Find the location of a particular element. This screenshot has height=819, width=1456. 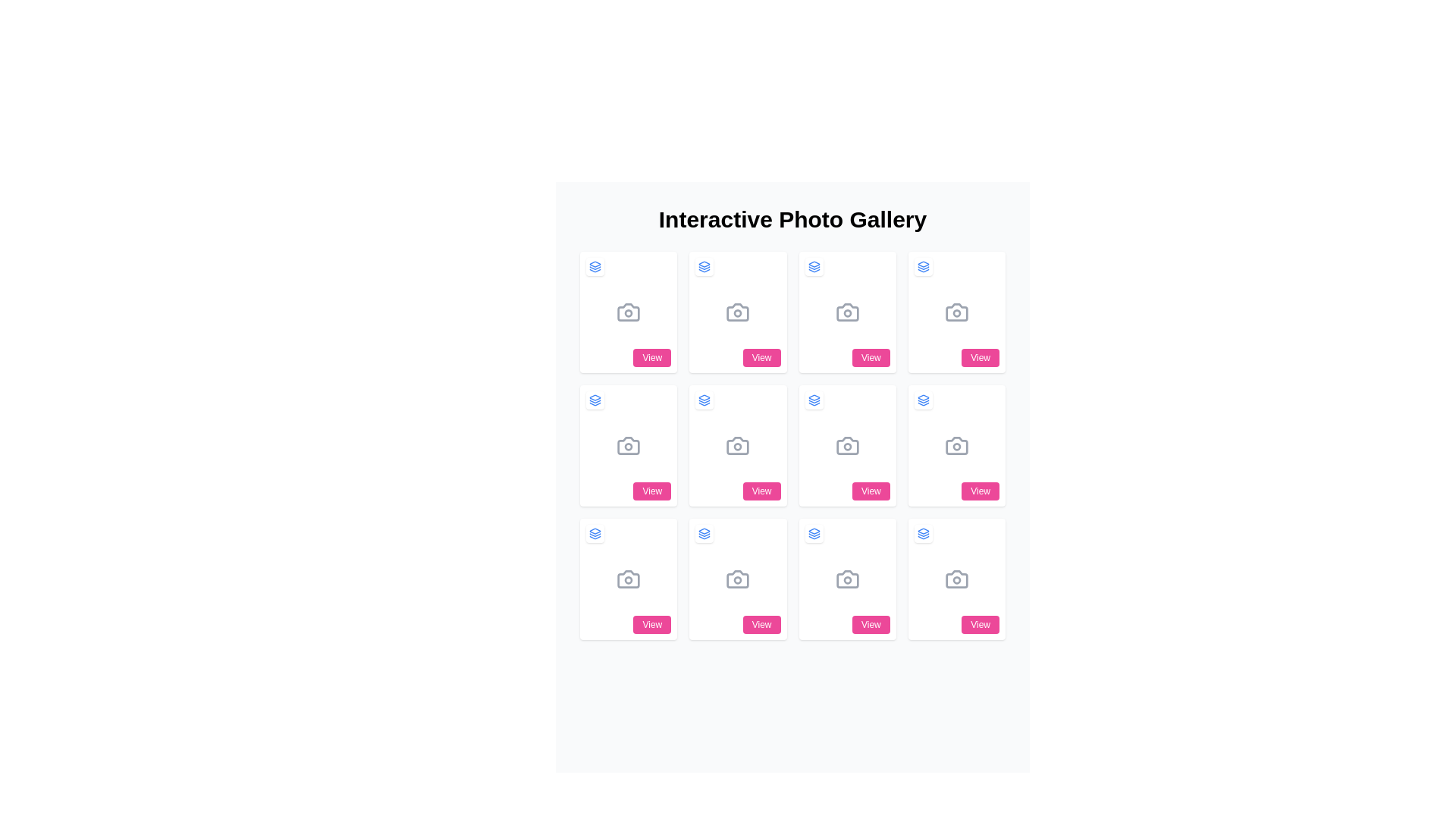

the camera icon located in the third row and third column of the grid under the 'Interactive Photo Gallery' title is located at coordinates (955, 444).